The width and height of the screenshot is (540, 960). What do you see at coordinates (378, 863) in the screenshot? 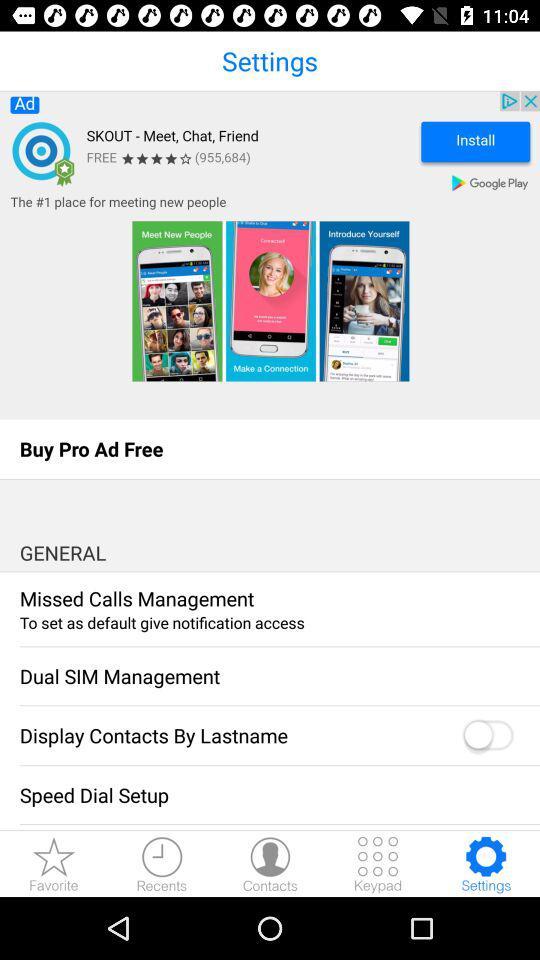
I see `keypad` at bounding box center [378, 863].